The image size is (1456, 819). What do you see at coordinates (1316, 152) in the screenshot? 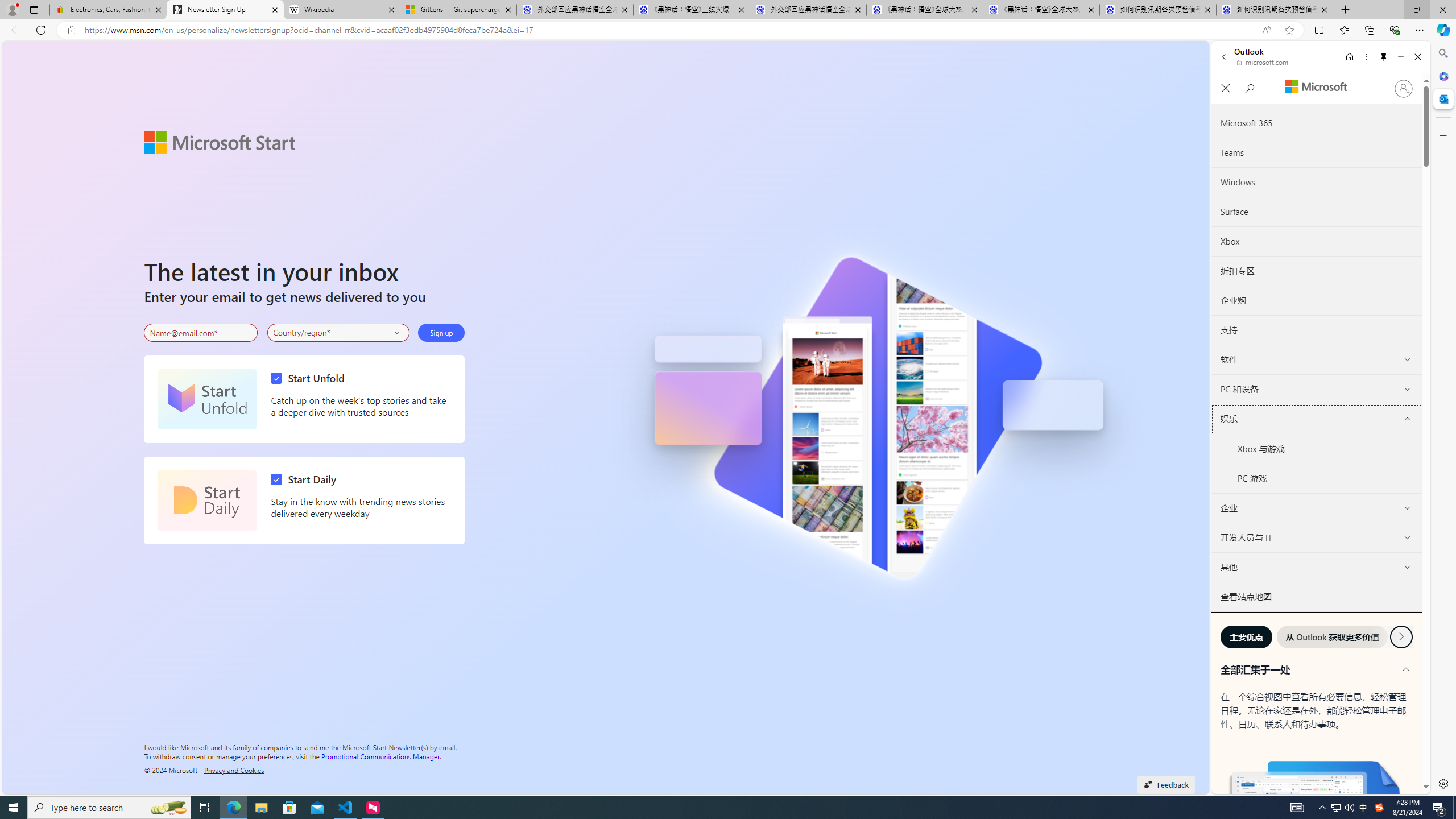
I see `'Teams'` at bounding box center [1316, 152].